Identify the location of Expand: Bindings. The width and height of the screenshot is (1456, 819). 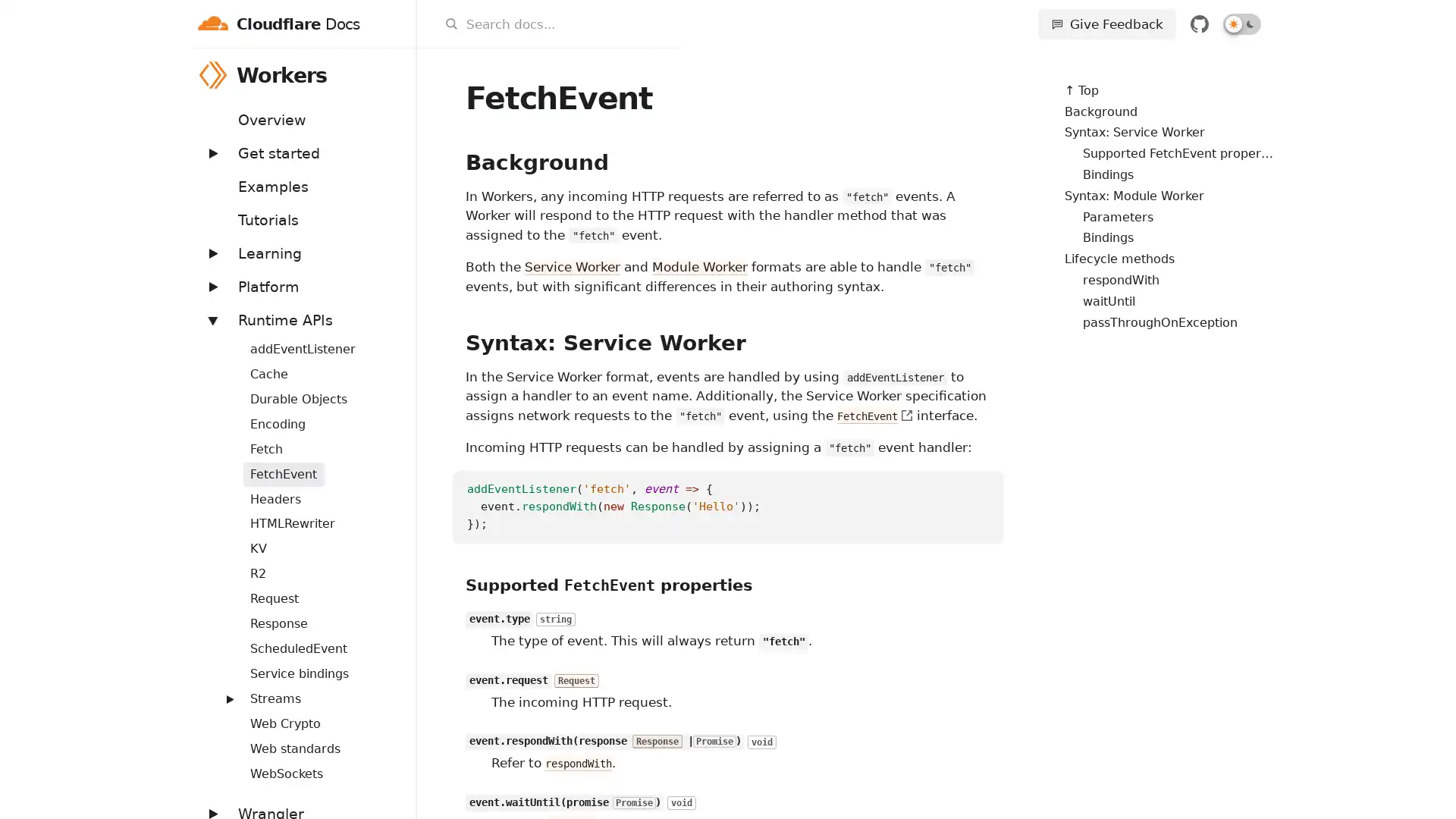
(221, 339).